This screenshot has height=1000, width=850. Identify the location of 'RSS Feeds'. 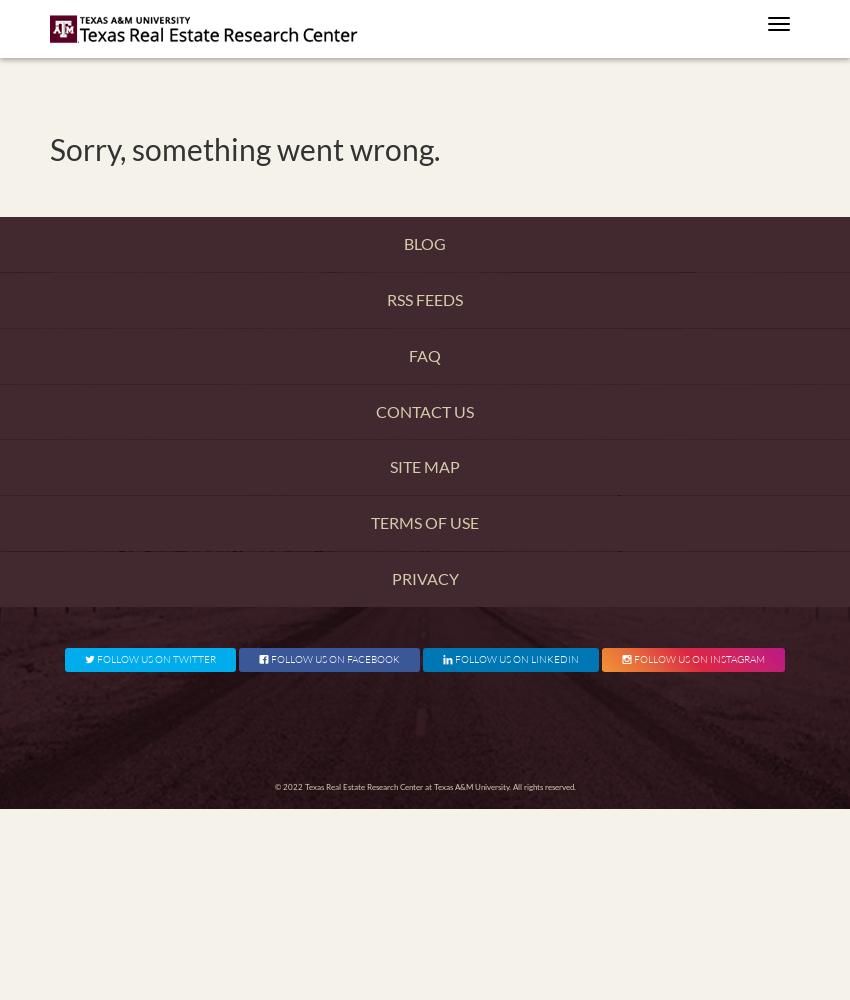
(425, 298).